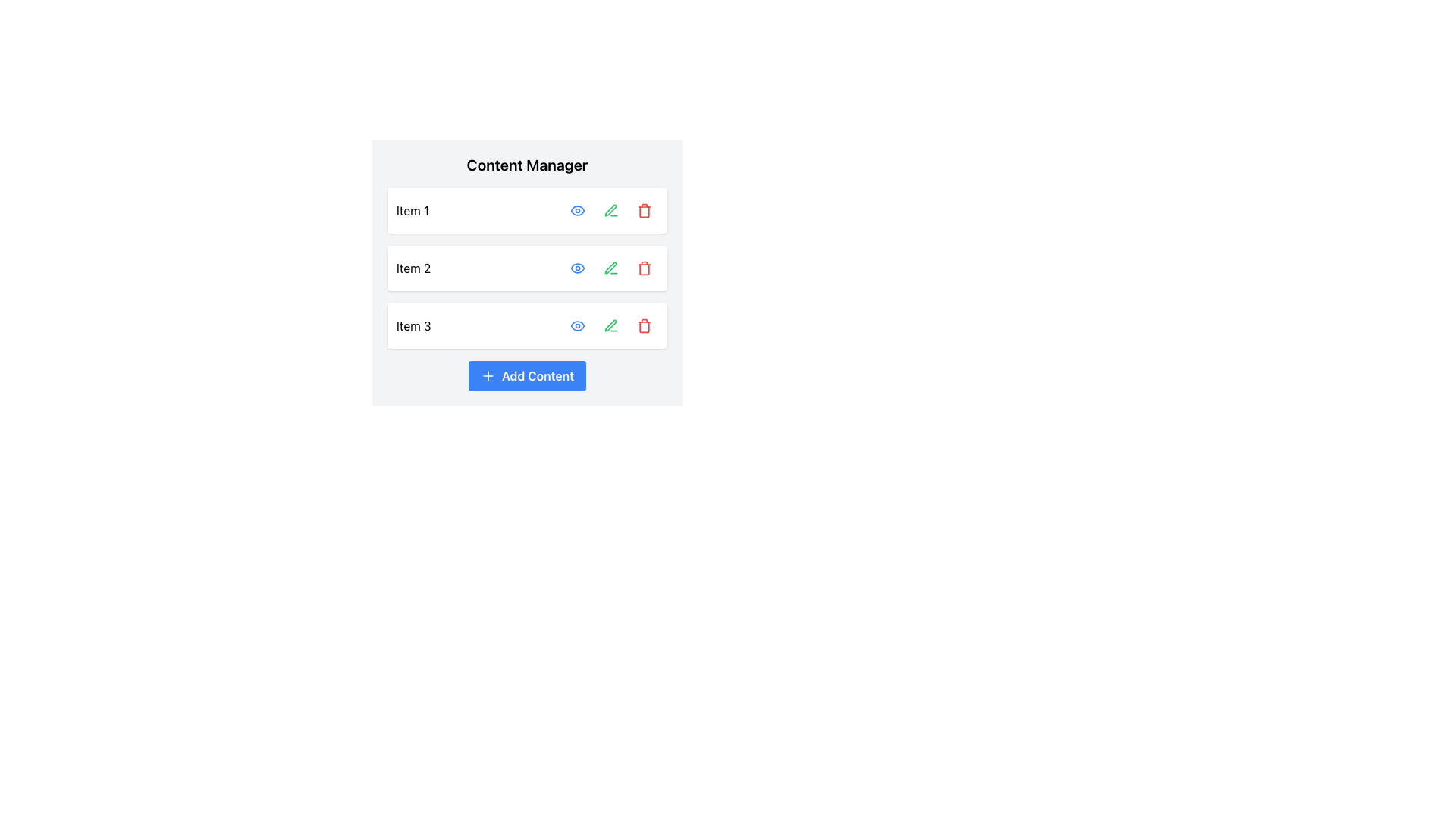  I want to click on the small red trash can icon button, which is the last of three action buttons aligned to the right in the row for 'Item 3', so click(644, 325).